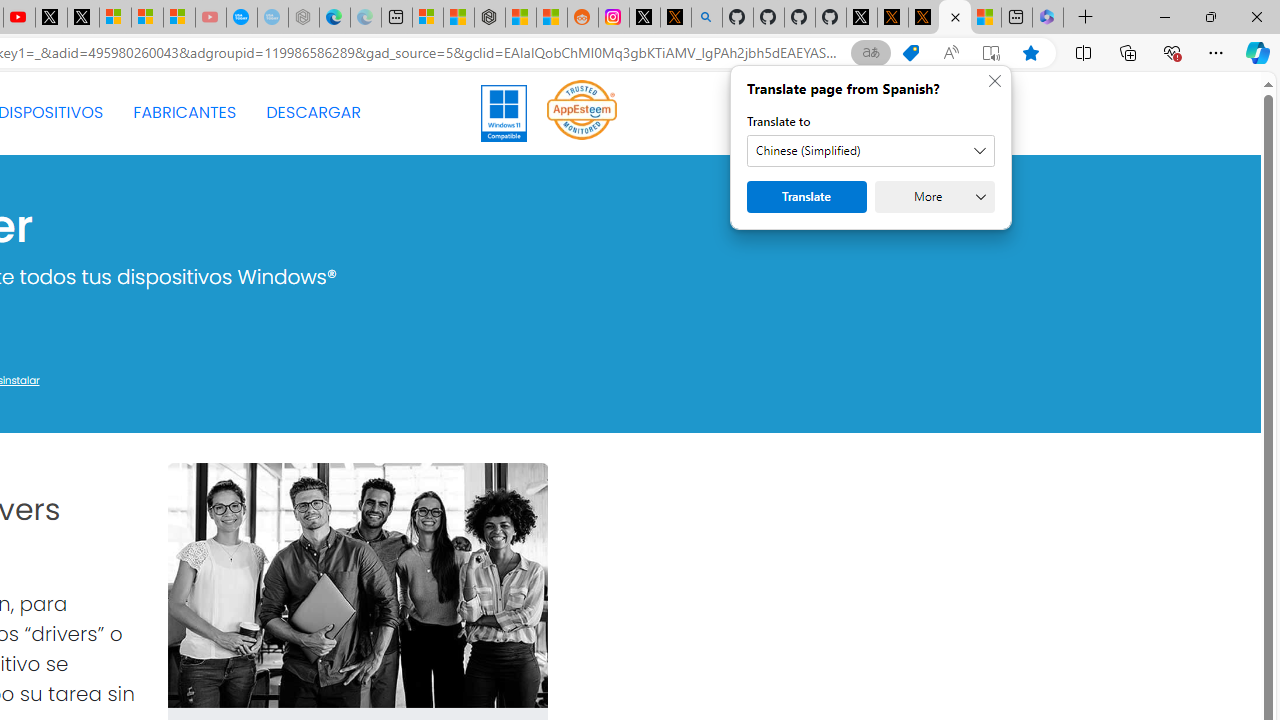 This screenshot has height=720, width=1280. Describe the element at coordinates (1047, 17) in the screenshot. I see `'Login | Microsoft 365'` at that location.